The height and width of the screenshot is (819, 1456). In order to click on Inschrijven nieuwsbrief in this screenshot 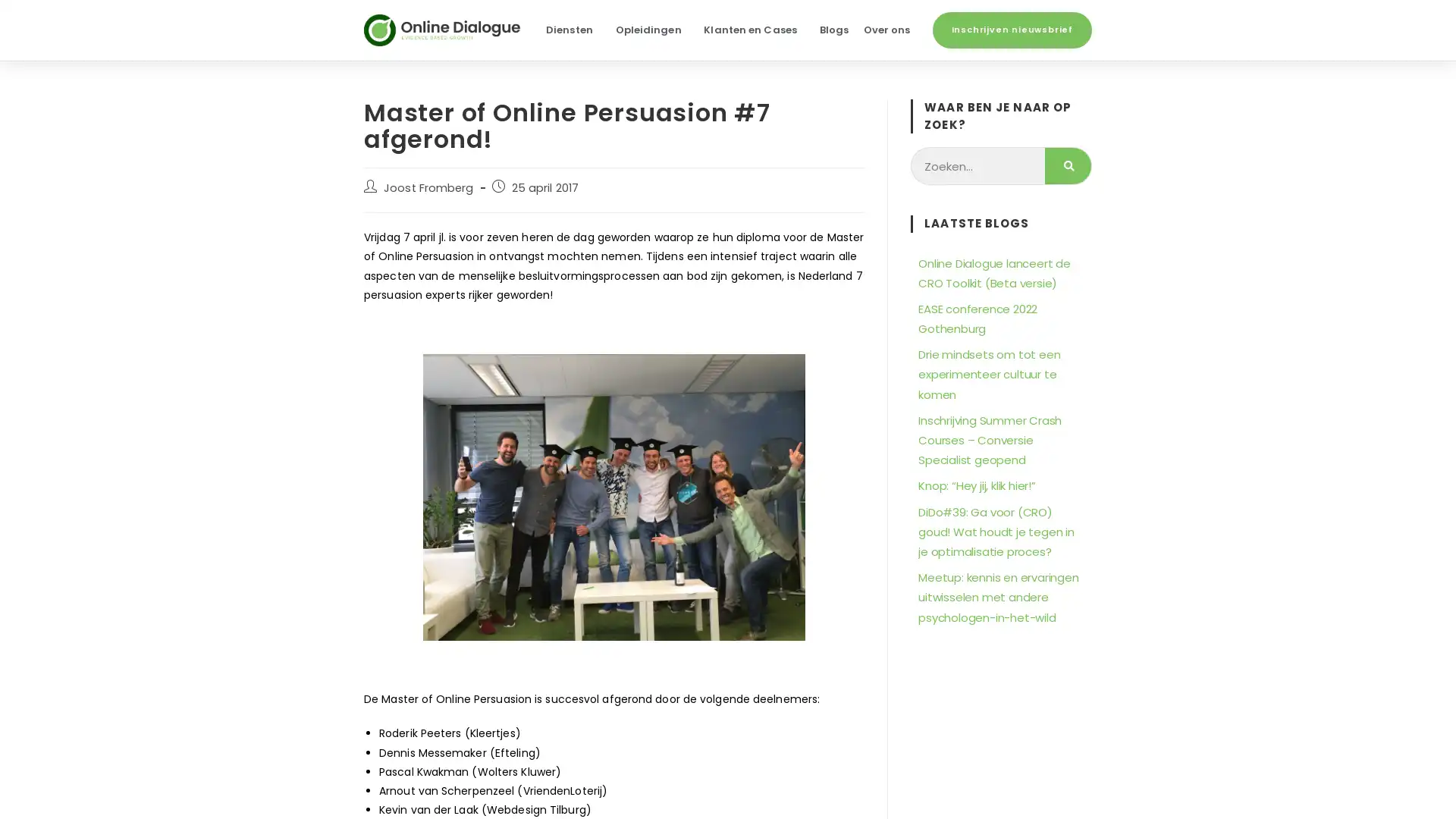, I will do `click(1012, 30)`.